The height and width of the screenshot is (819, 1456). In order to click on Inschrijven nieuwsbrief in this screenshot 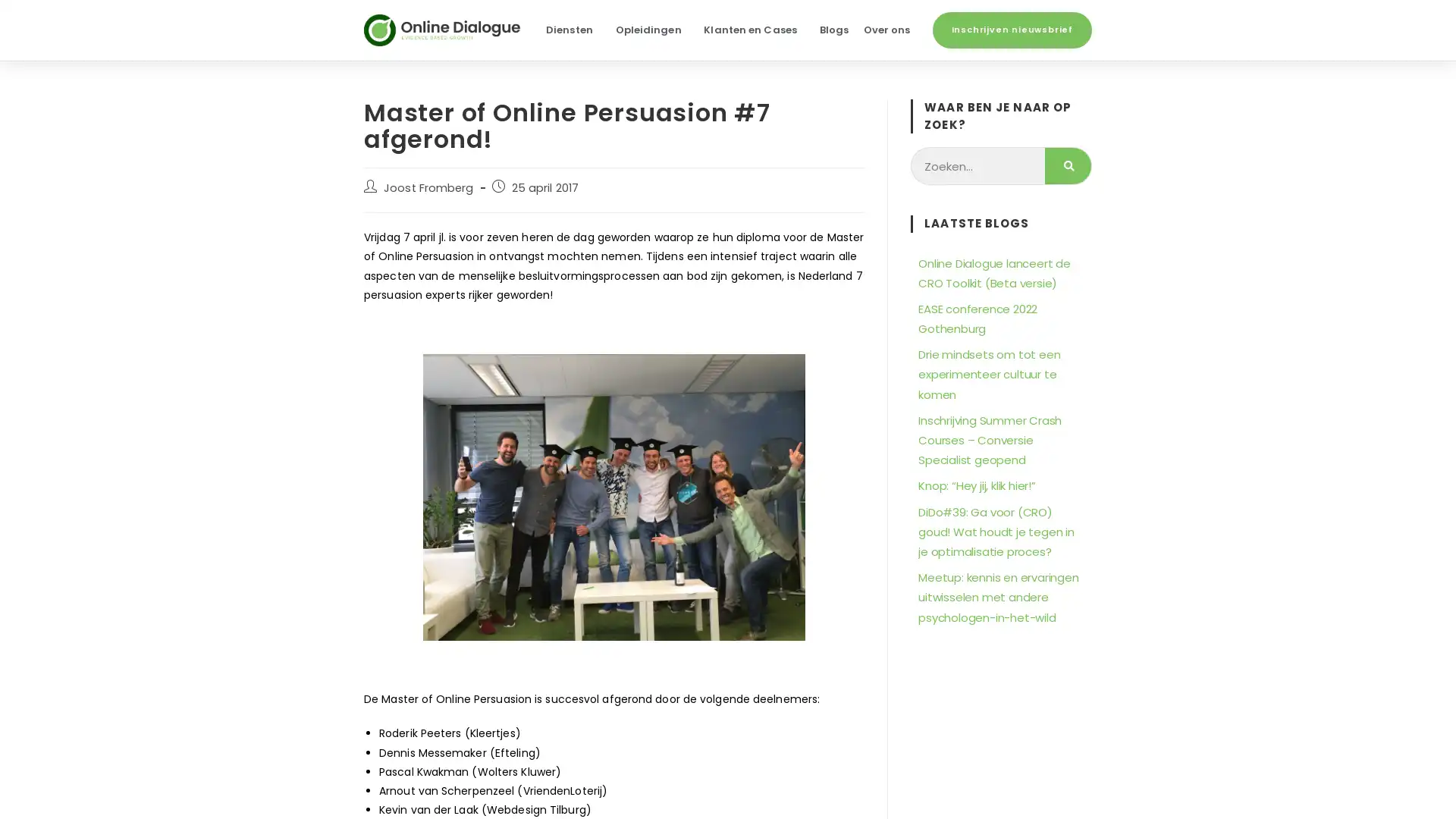, I will do `click(1012, 30)`.